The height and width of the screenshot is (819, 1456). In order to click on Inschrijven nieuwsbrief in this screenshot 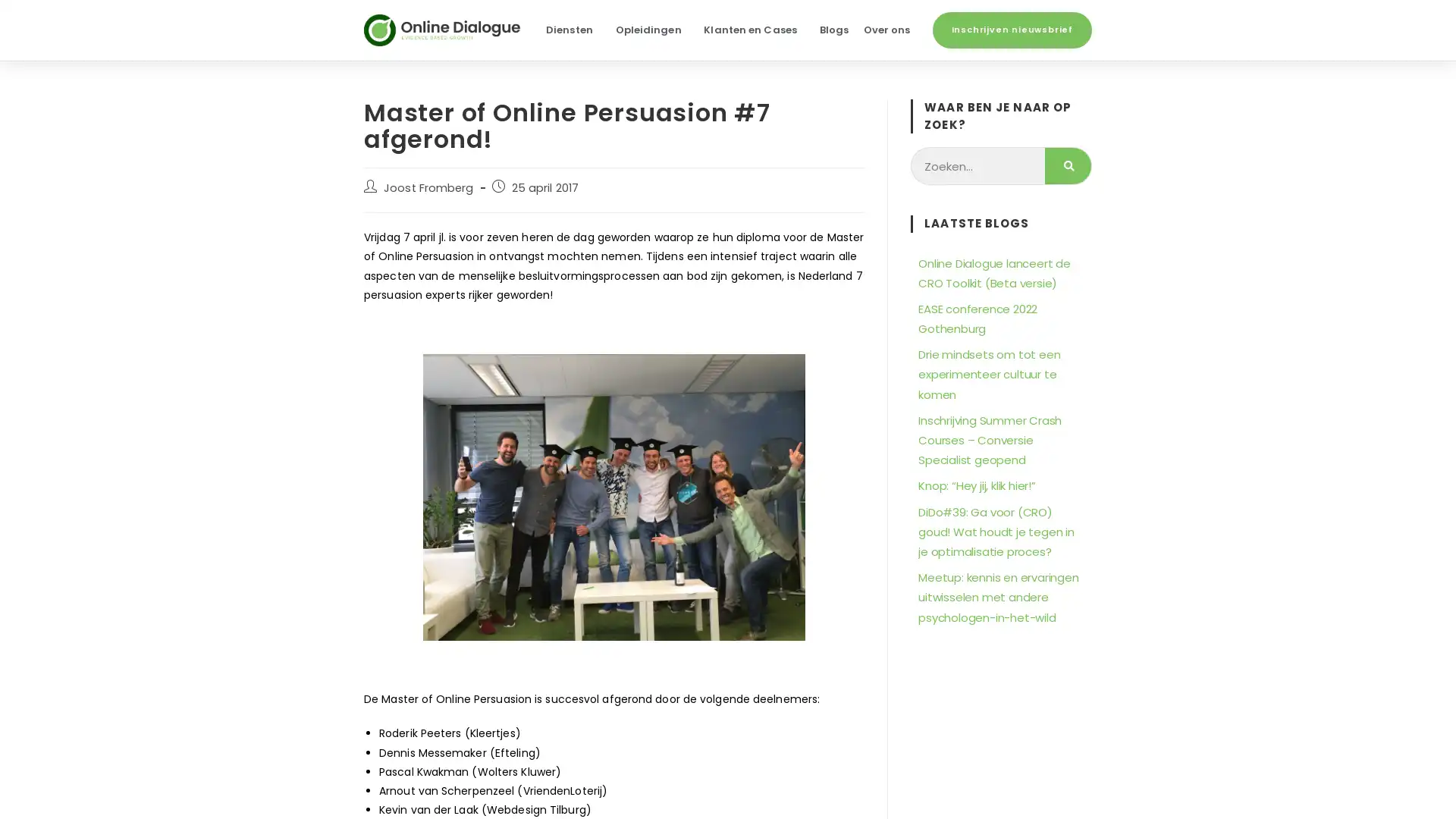, I will do `click(1012, 30)`.